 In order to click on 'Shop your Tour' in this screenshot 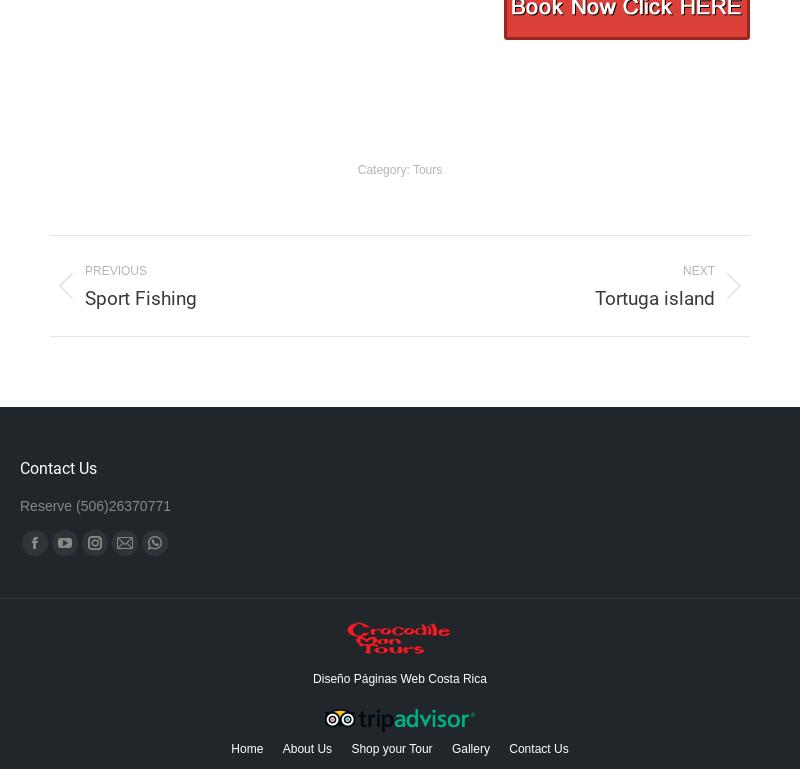, I will do `click(390, 748)`.